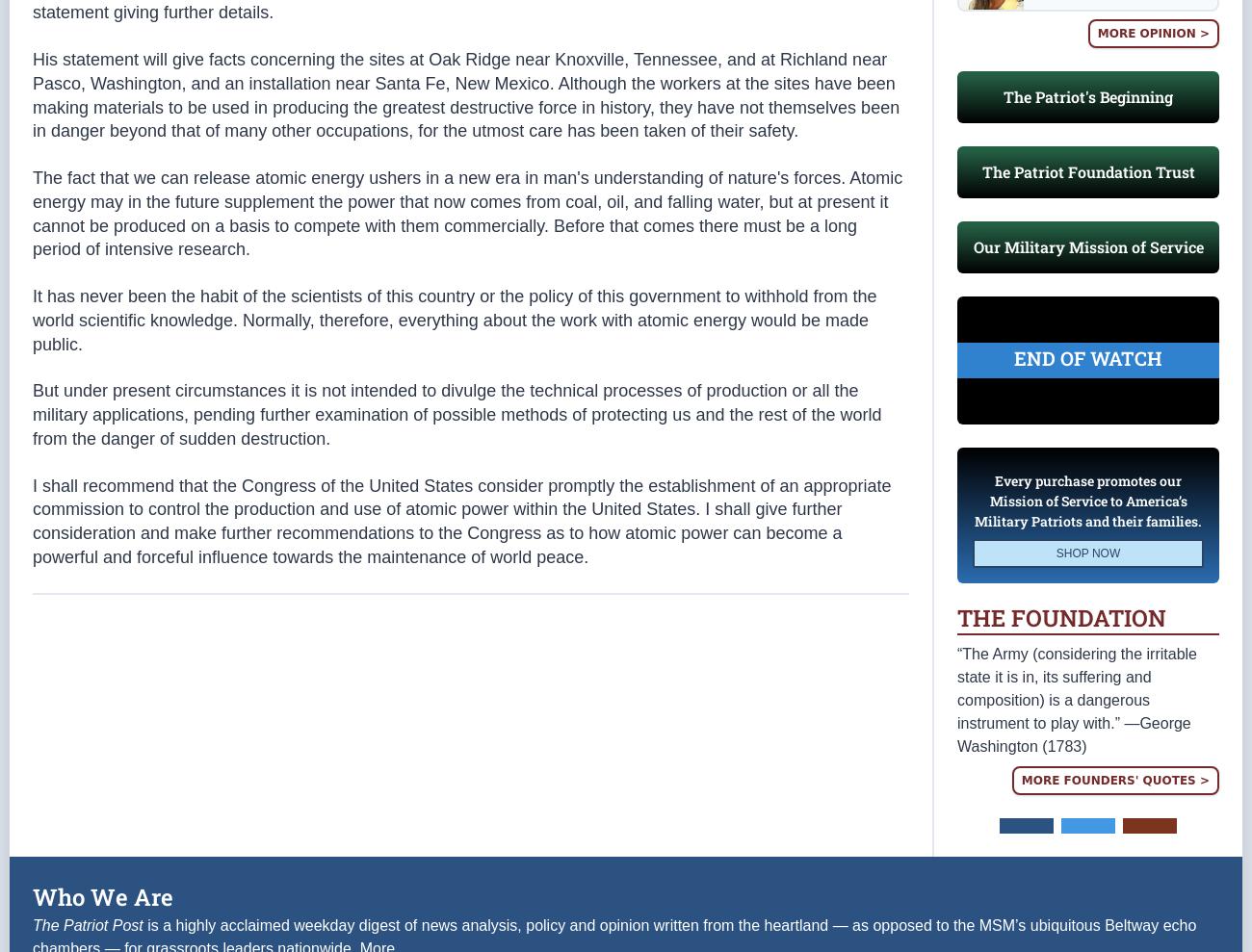  What do you see at coordinates (1060, 656) in the screenshot?
I see `'The Foundation'` at bounding box center [1060, 656].